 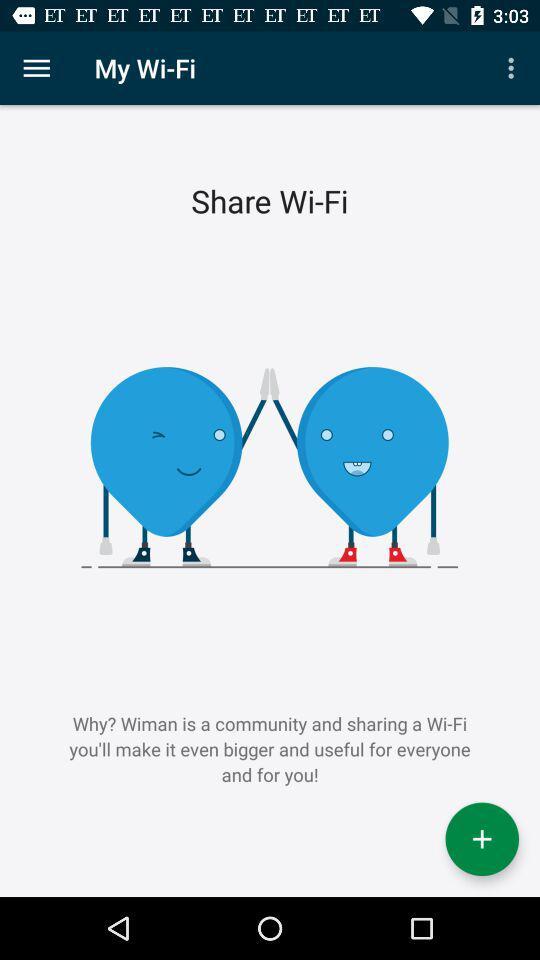 I want to click on the add icon, so click(x=481, y=839).